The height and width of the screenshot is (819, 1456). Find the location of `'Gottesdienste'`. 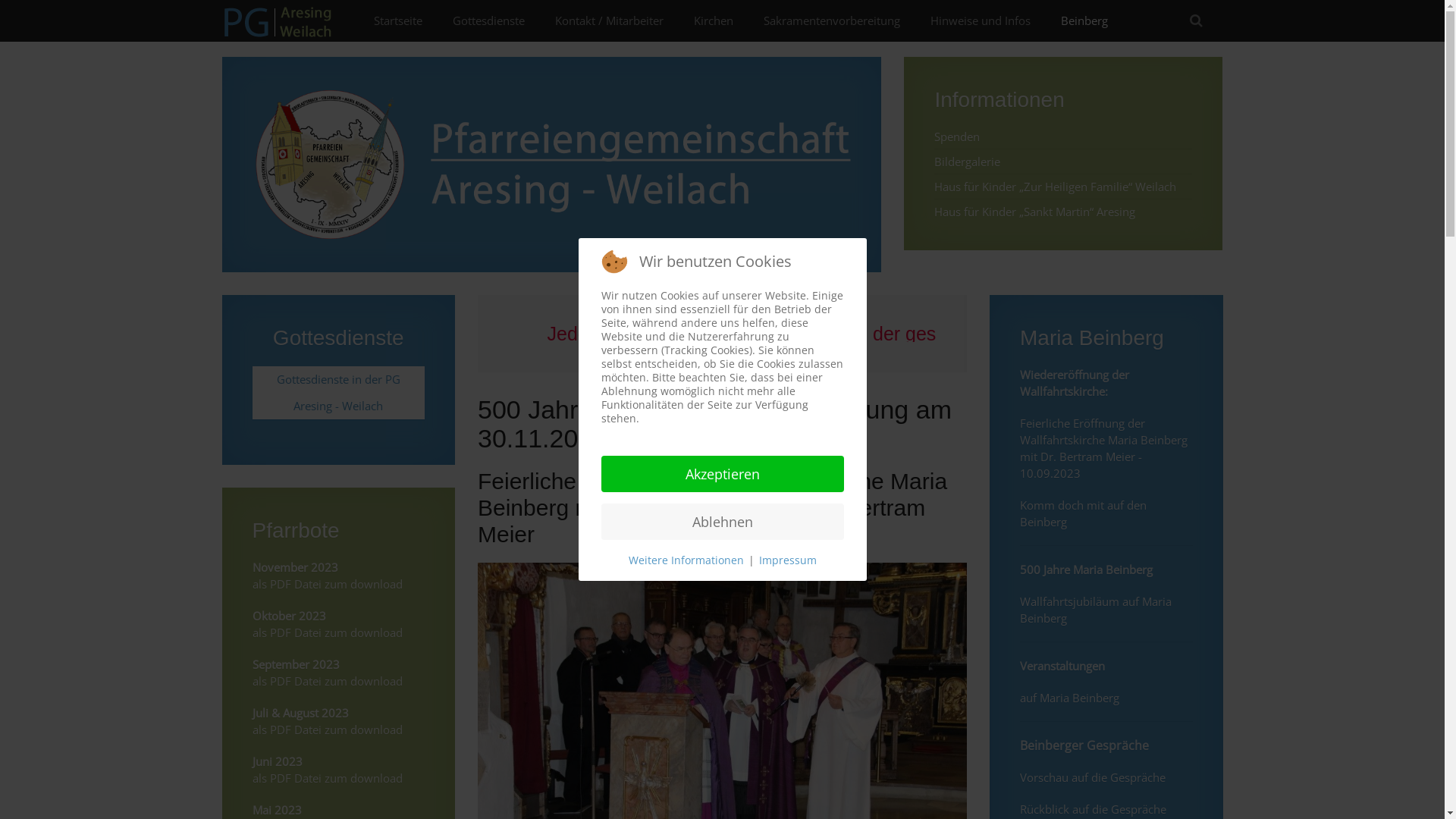

'Gottesdienste' is located at coordinates (436, 20).